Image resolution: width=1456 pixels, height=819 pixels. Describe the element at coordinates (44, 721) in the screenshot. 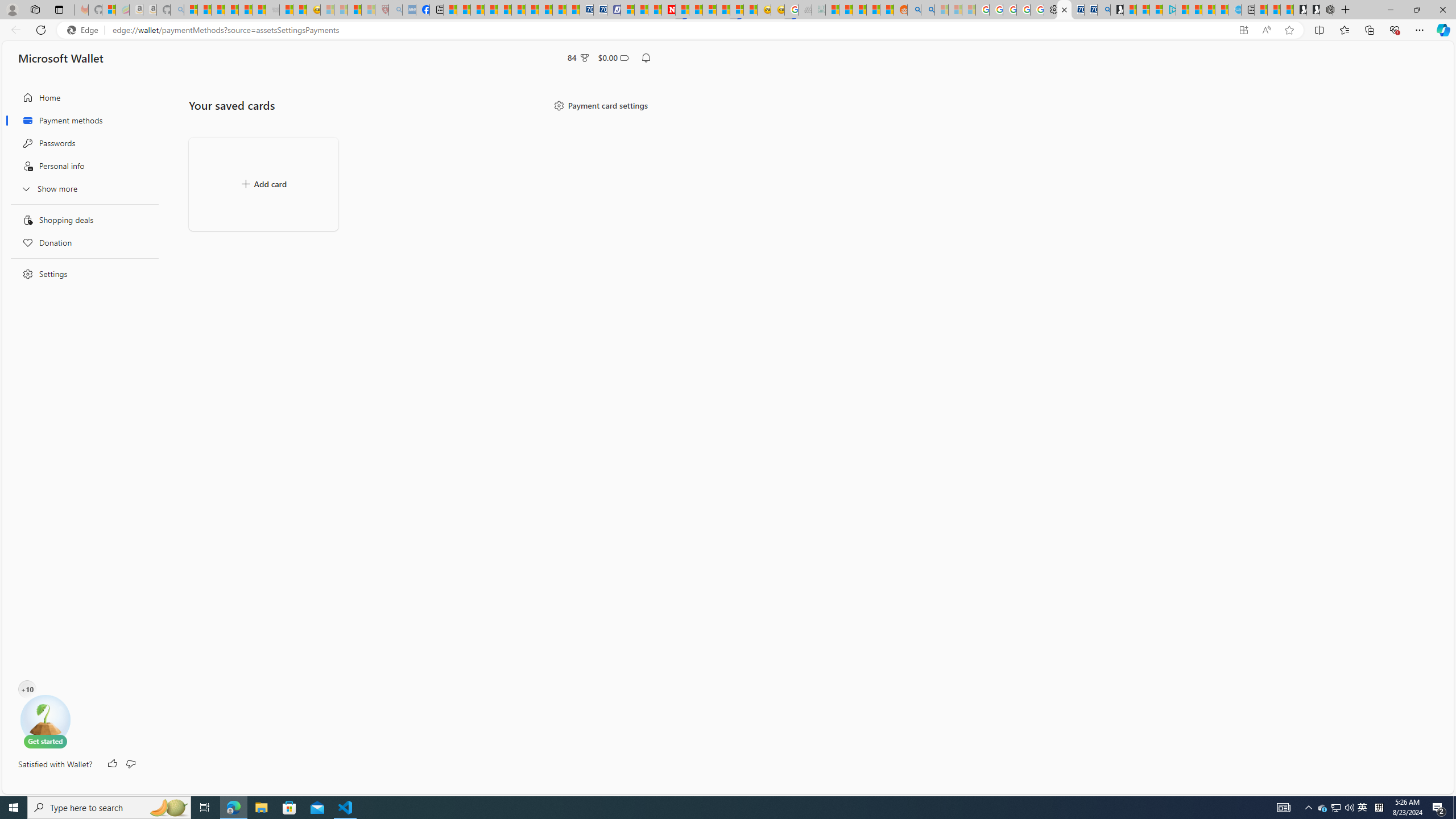

I see `'E-tree'` at that location.